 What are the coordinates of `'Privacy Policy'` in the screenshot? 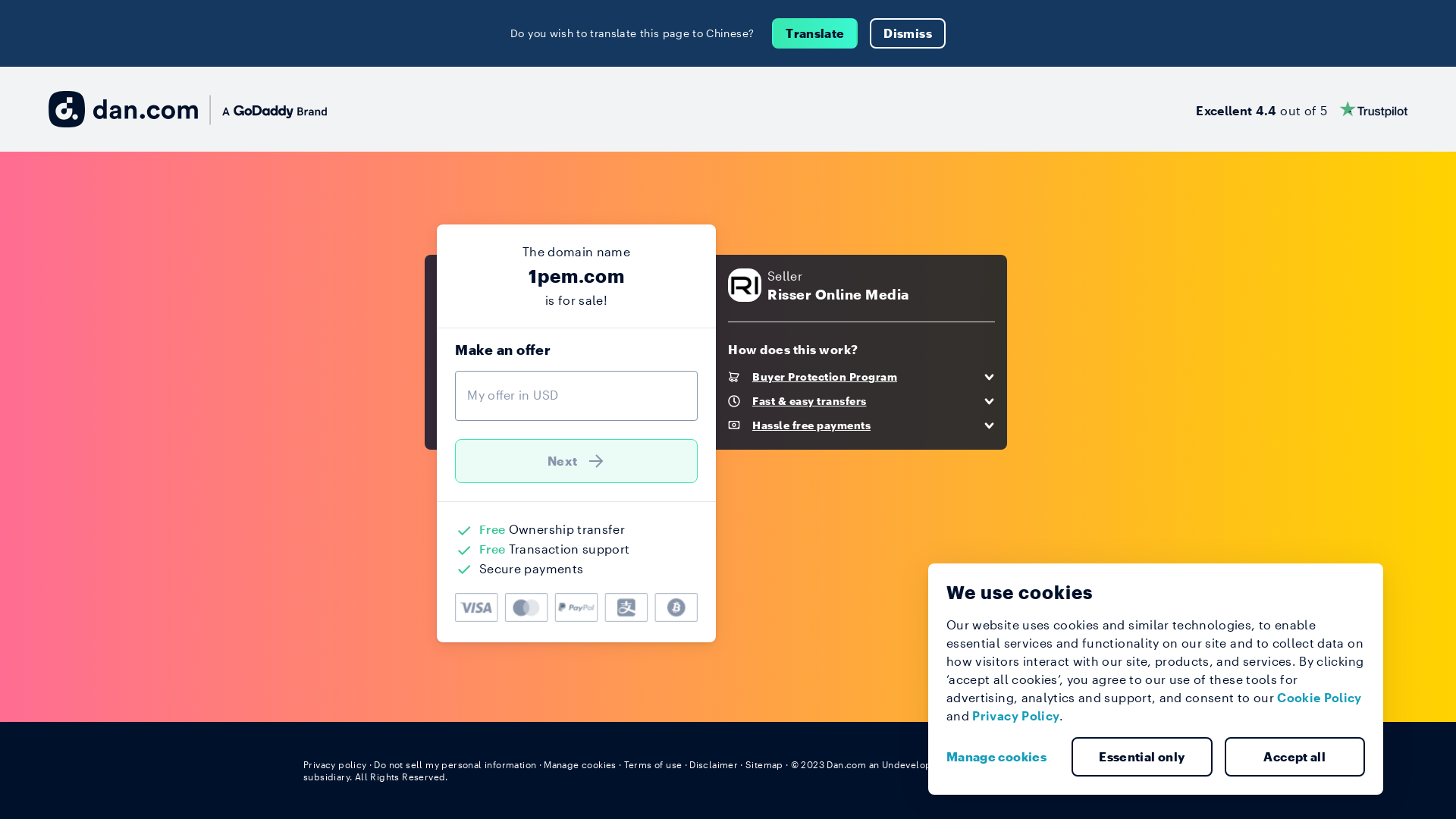 It's located at (1015, 715).